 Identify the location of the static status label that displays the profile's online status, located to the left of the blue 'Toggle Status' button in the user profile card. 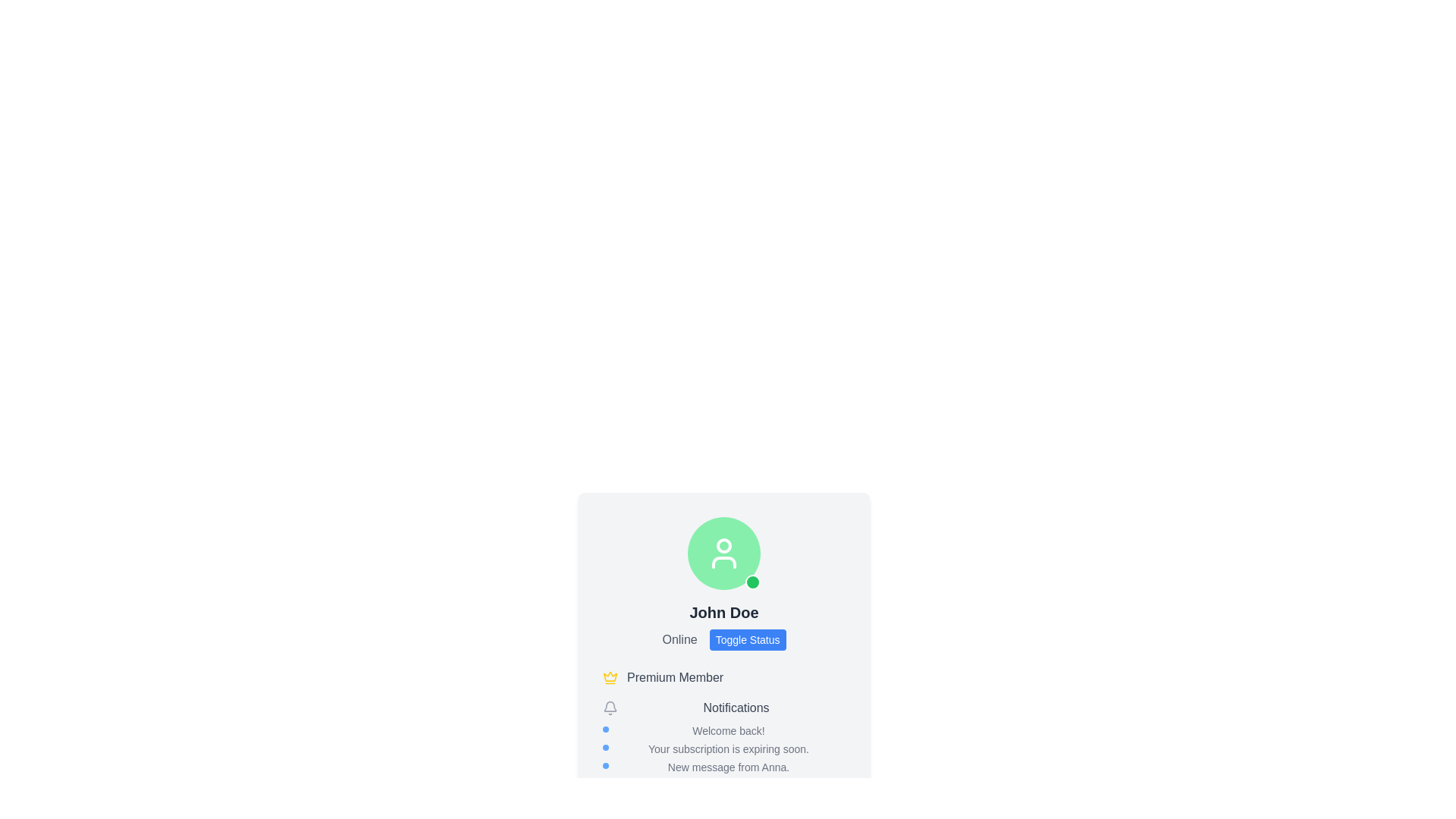
(679, 640).